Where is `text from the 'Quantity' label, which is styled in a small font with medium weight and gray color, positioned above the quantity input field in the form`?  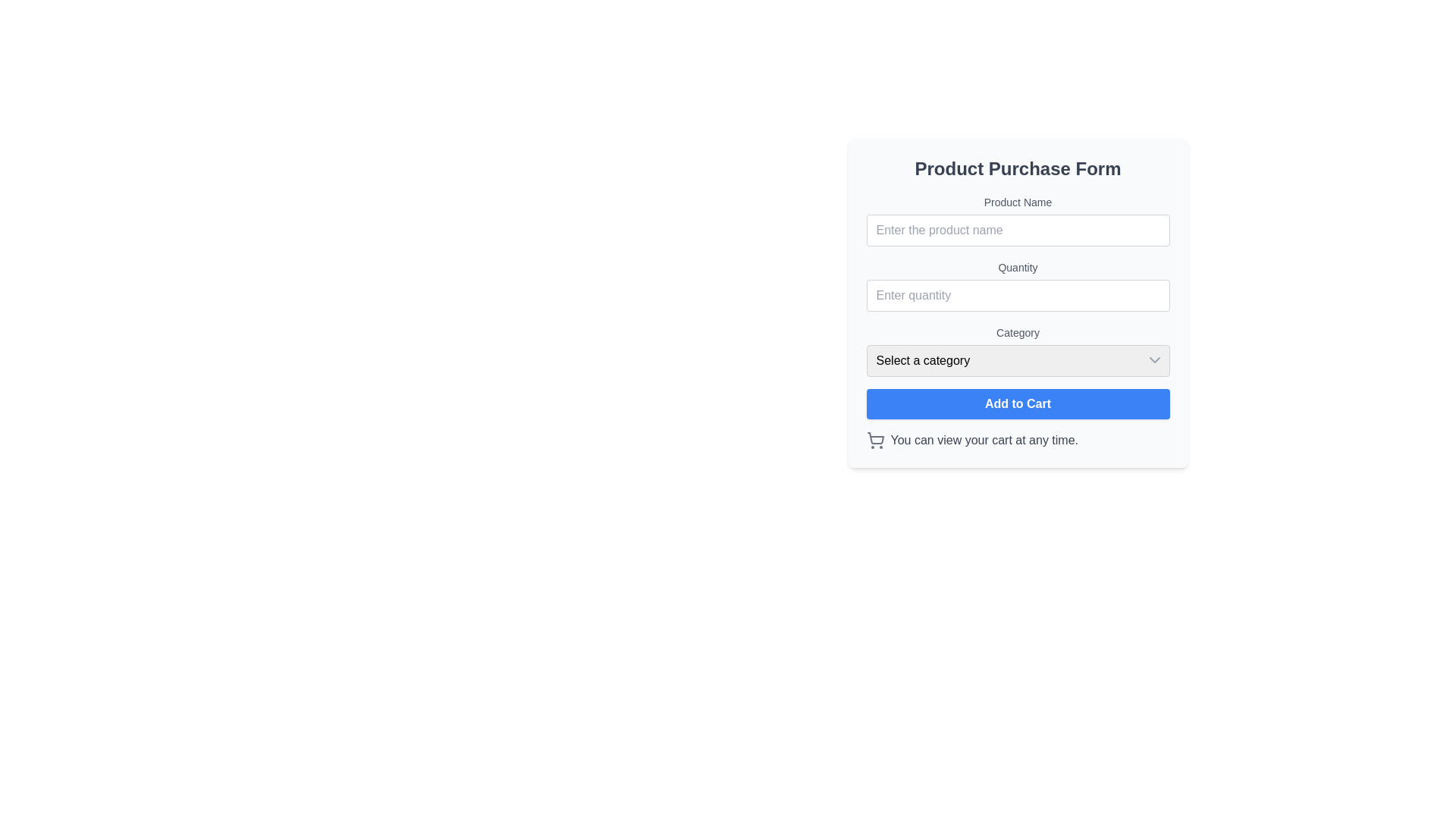 text from the 'Quantity' label, which is styled in a small font with medium weight and gray color, positioned above the quantity input field in the form is located at coordinates (1018, 267).